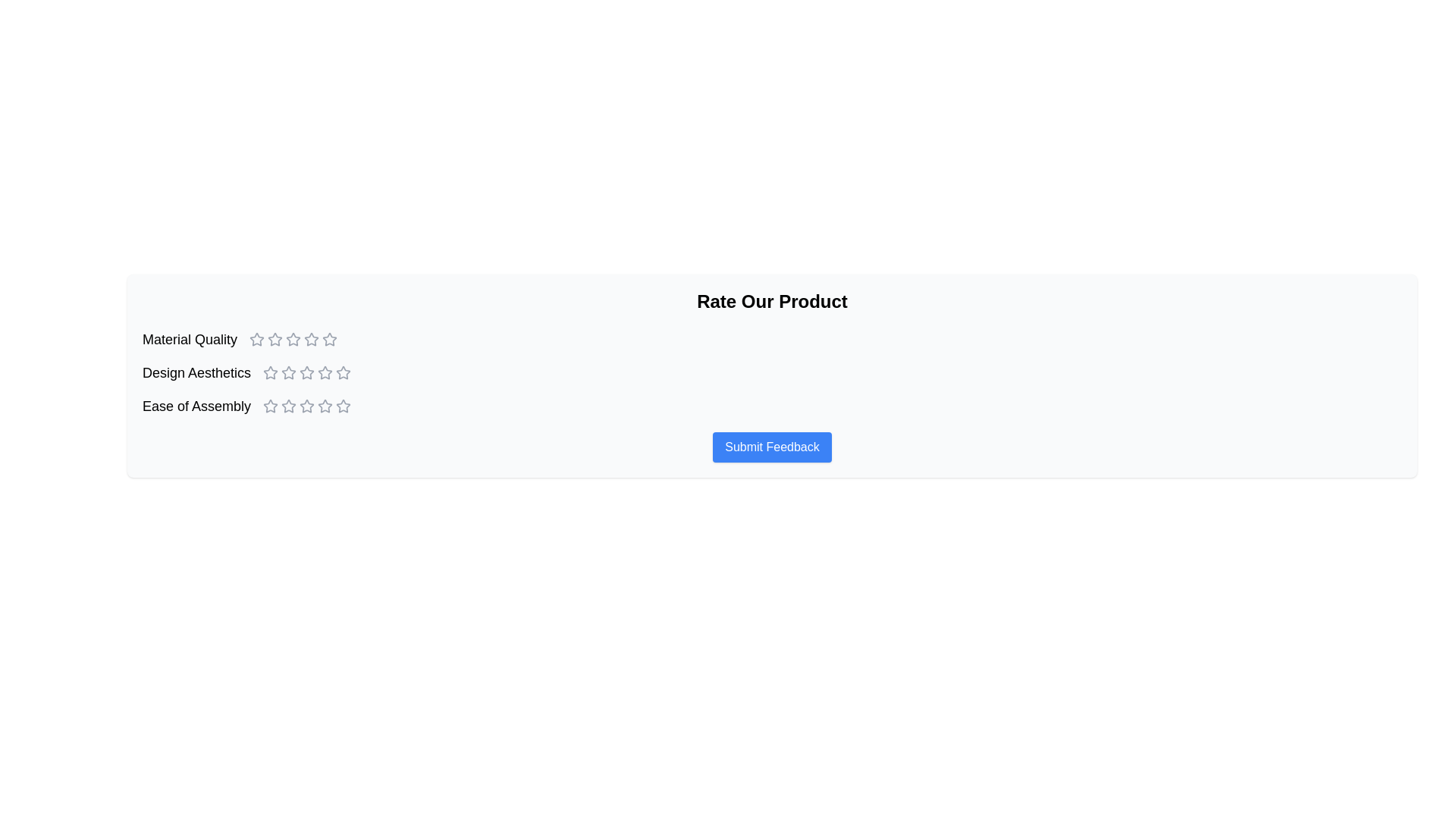 The width and height of the screenshot is (1456, 819). Describe the element at coordinates (289, 406) in the screenshot. I see `the third star in the third row of the three-row star rating group` at that location.